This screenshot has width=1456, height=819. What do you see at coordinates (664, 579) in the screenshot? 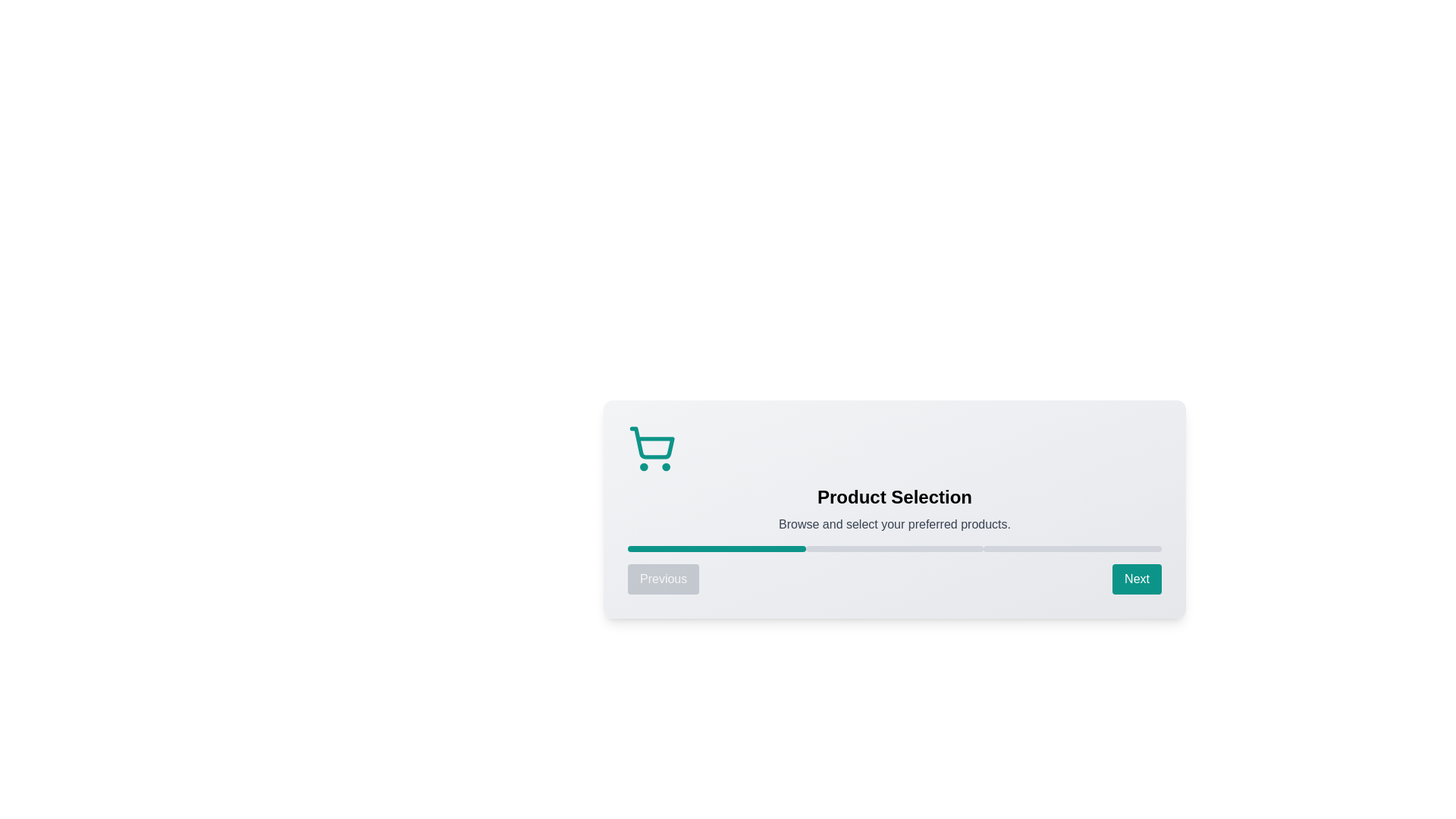
I see `the 'Previous' button to navigate to the previous step` at bounding box center [664, 579].